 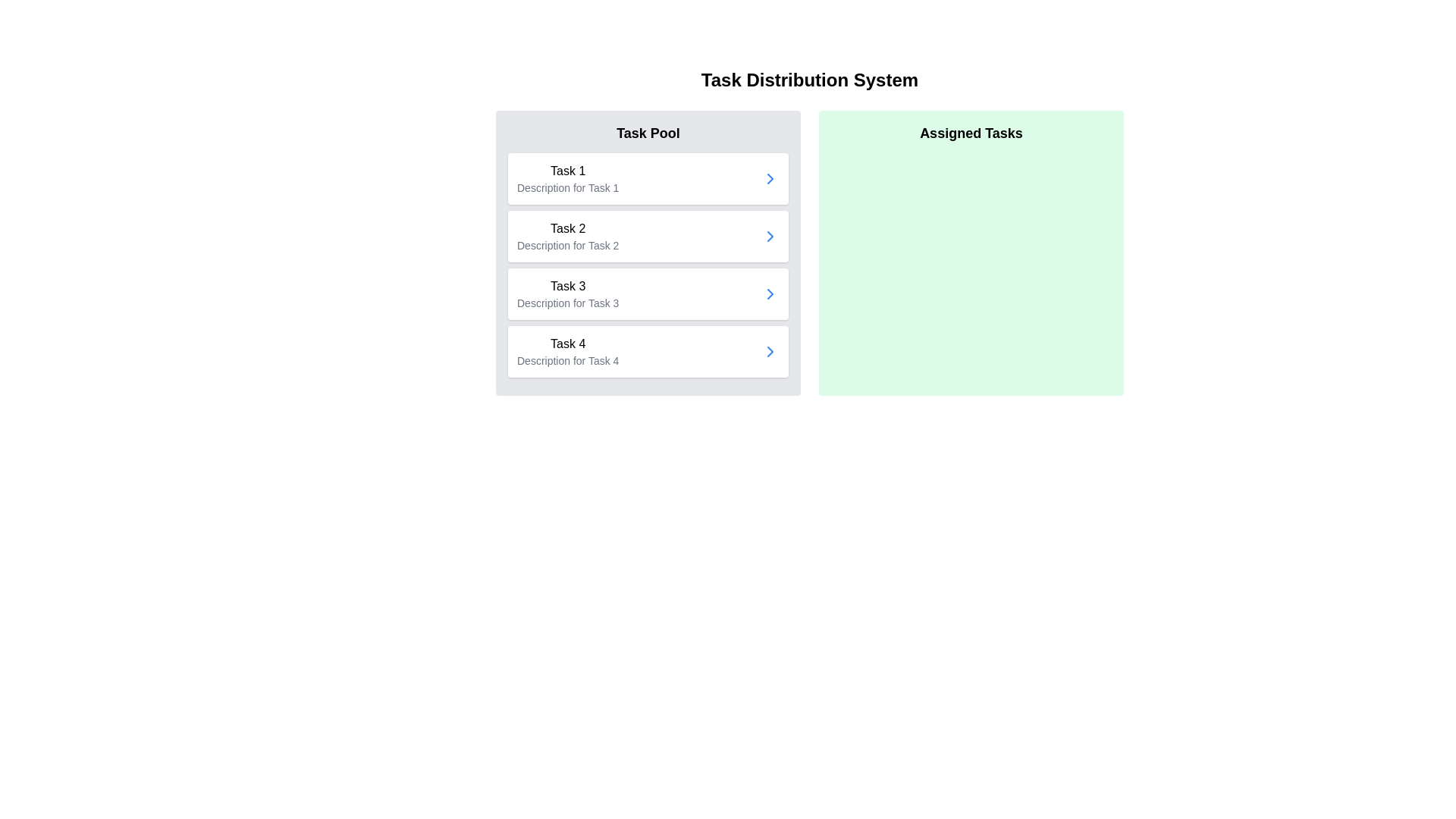 I want to click on the chevron arrow icon pointing to the right, located at the far-right side of the list item for 'Task 2' in the 'Task Pool' section, so click(x=770, y=237).